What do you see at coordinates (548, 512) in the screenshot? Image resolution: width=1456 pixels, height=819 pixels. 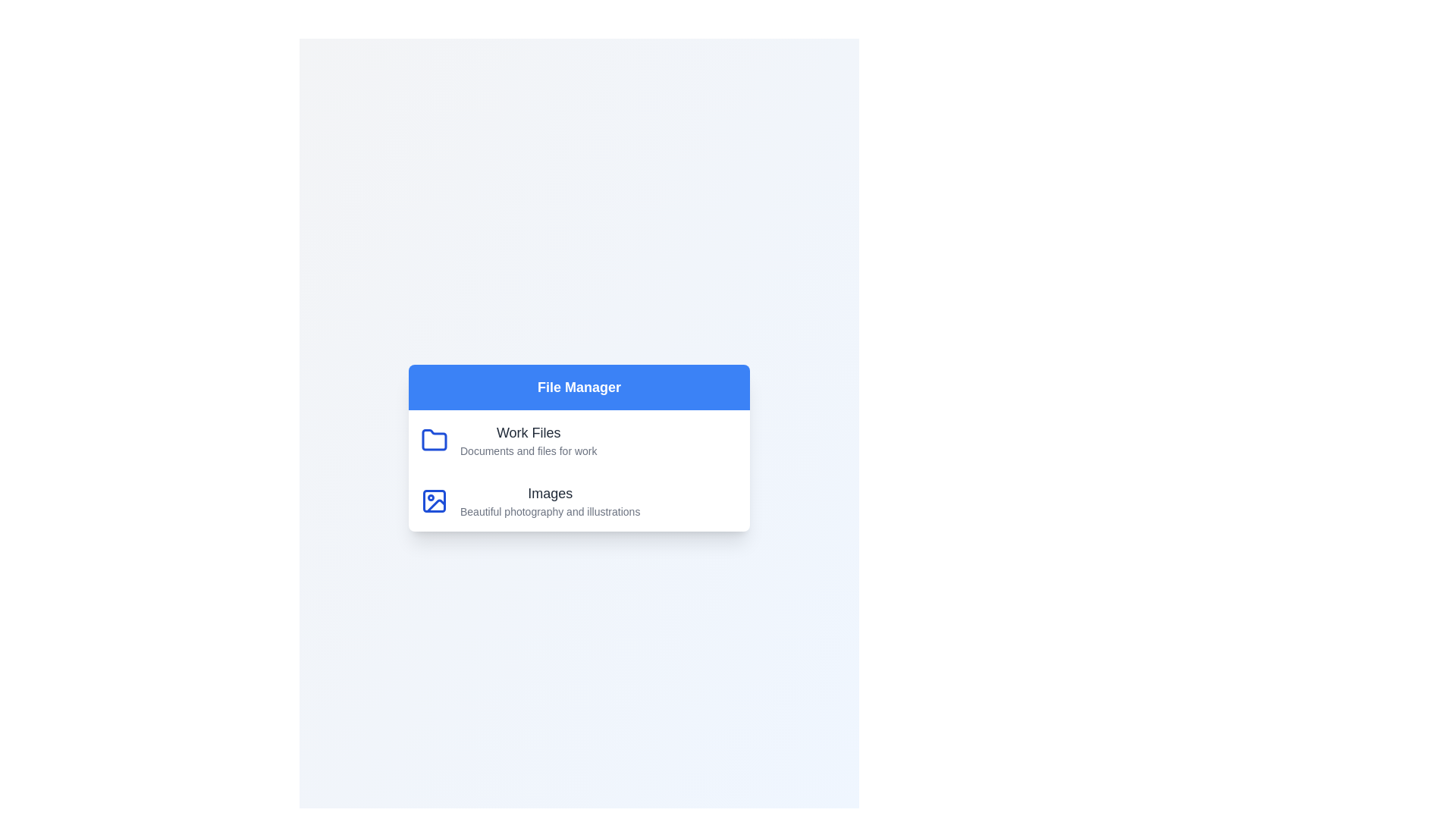 I see `the description text of the category Images` at bounding box center [548, 512].